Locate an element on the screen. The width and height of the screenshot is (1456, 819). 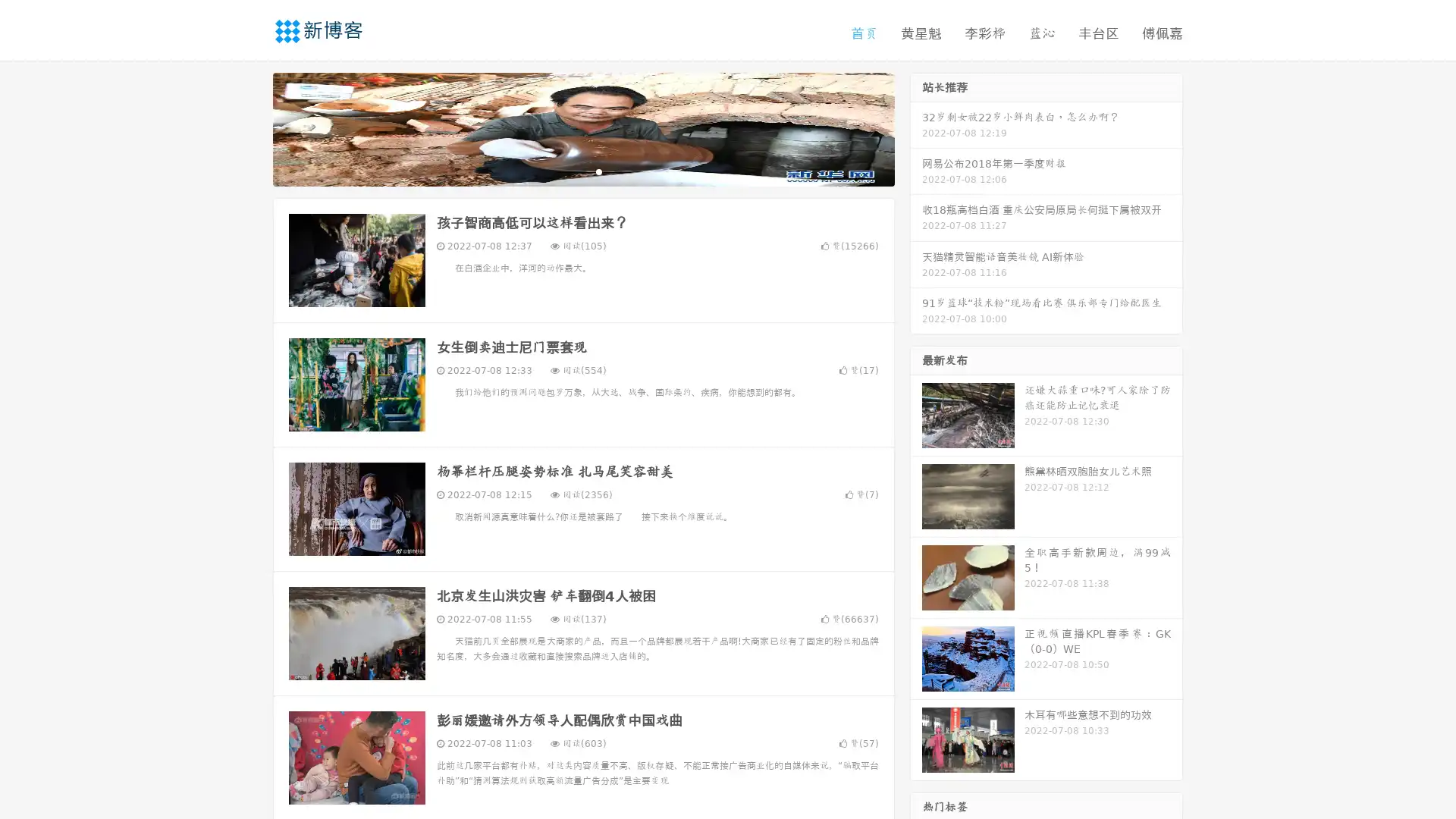
Go to slide 3 is located at coordinates (598, 171).